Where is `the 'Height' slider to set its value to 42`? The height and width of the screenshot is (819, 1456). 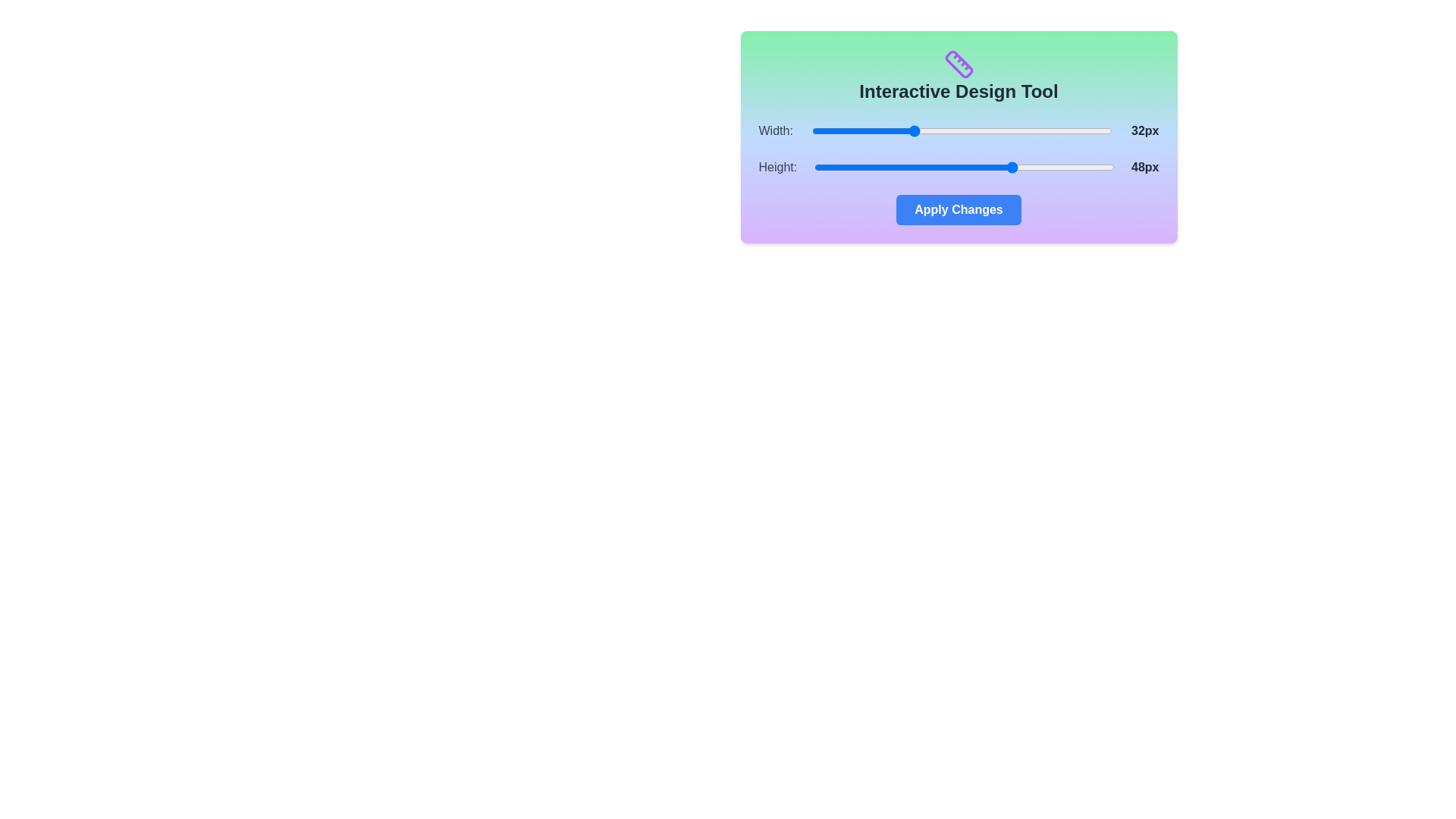
the 'Height' slider to set its value to 42 is located at coordinates (977, 167).